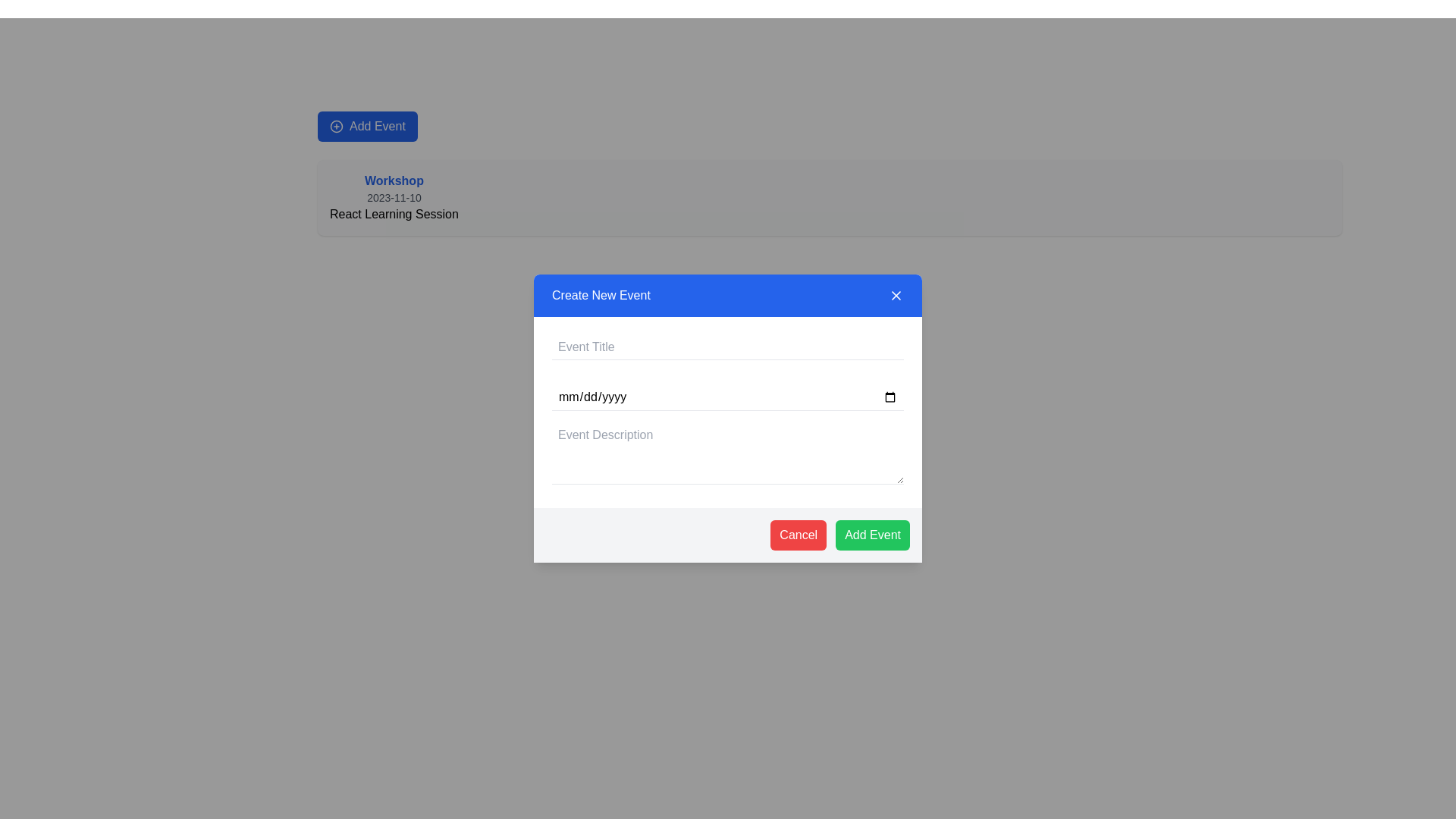  I want to click on the leftmost button in the footer of the modal dialog that functions as a cancel action control, so click(798, 534).